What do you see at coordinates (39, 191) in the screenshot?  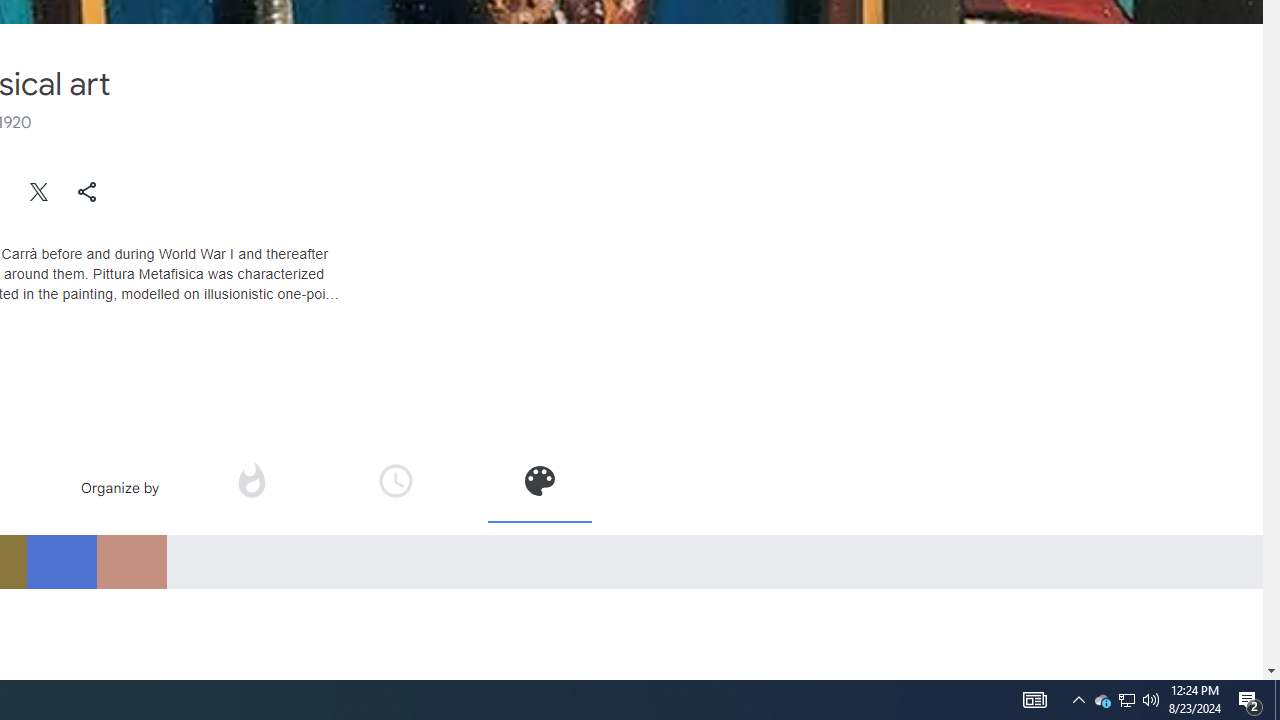 I see `'Share on Twitter'` at bounding box center [39, 191].